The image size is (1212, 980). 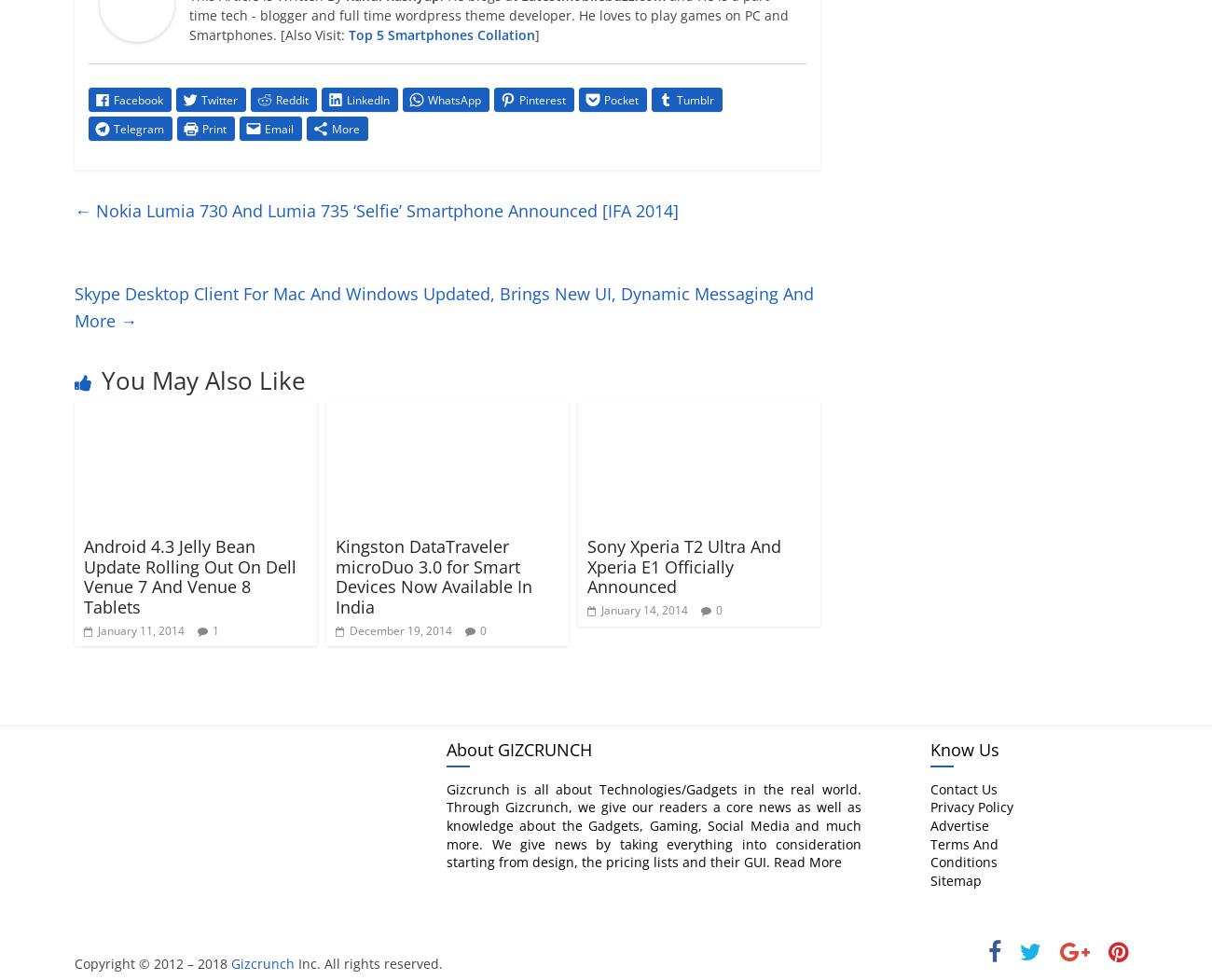 What do you see at coordinates (279, 127) in the screenshot?
I see `'Email'` at bounding box center [279, 127].